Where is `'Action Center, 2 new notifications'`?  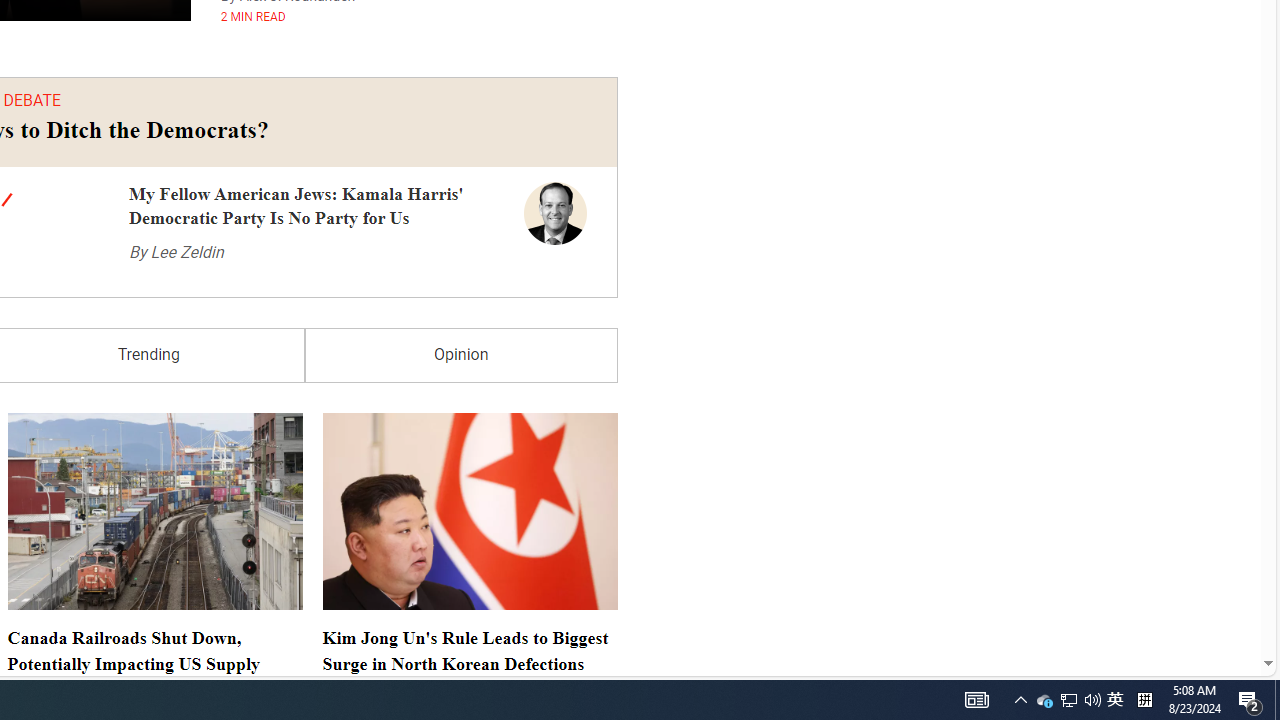 'Action Center, 2 new notifications' is located at coordinates (1250, 698).